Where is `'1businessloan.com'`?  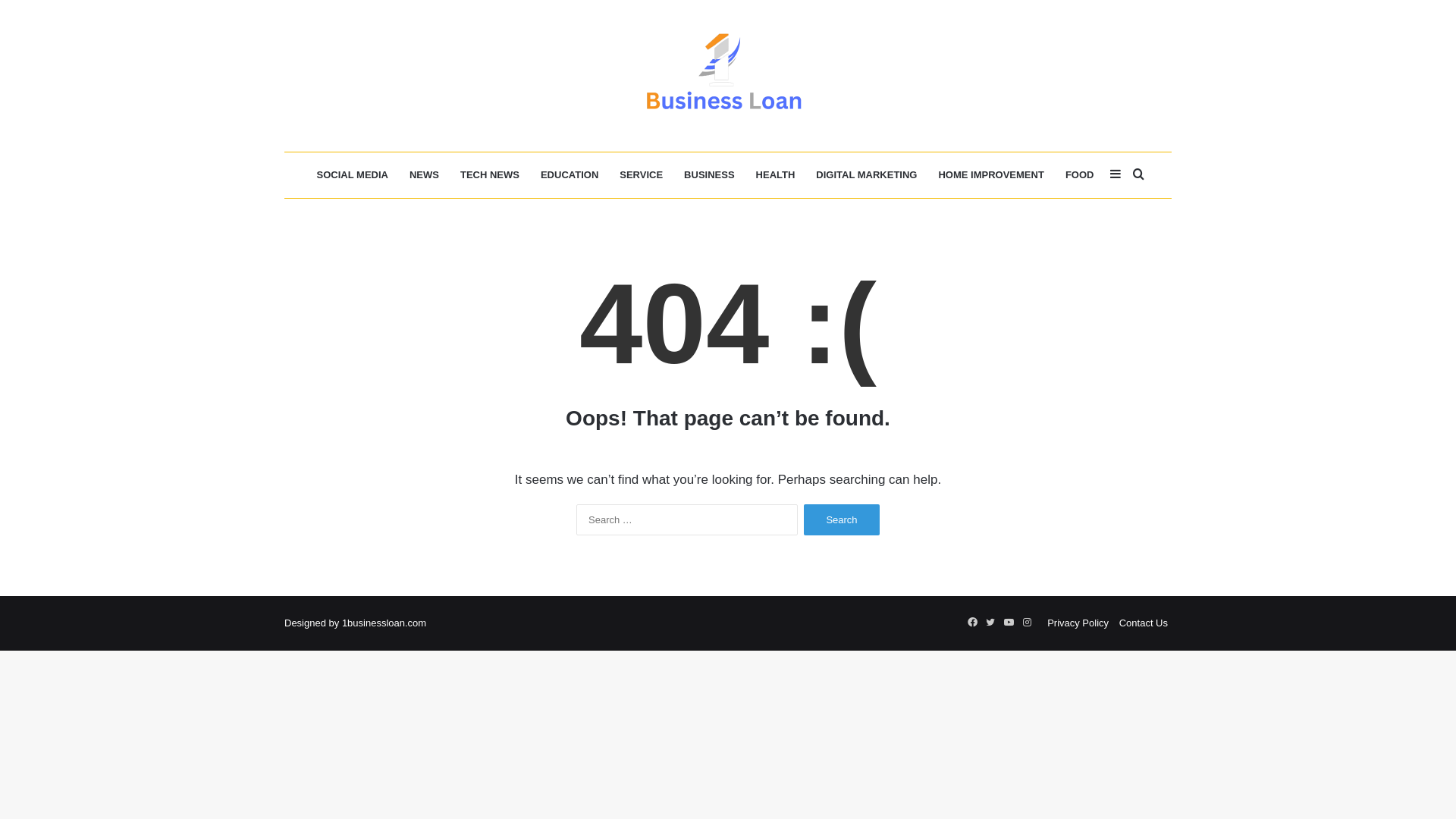
'1businessloan.com' is located at coordinates (384, 623).